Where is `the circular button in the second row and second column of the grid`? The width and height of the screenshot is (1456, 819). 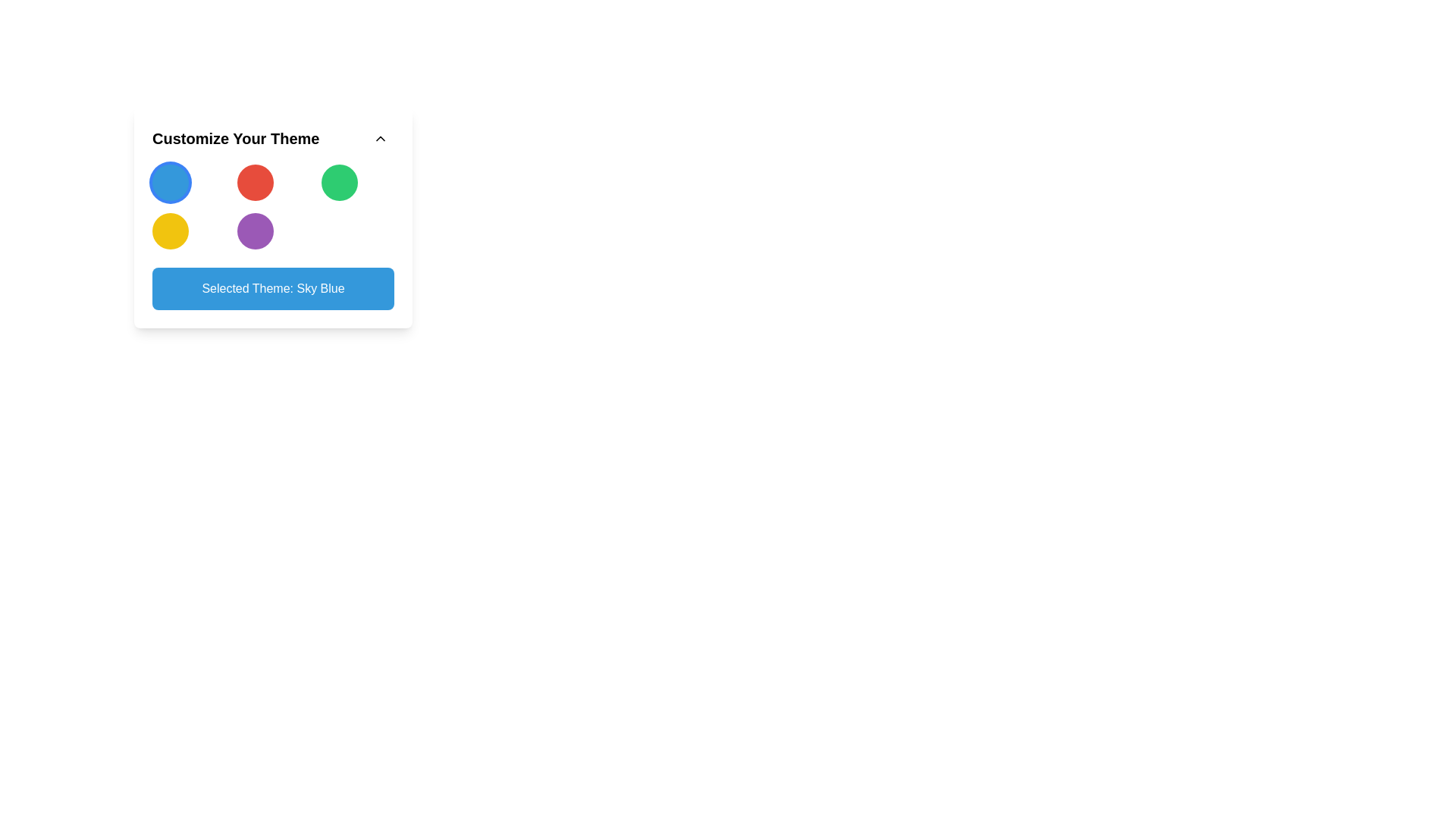 the circular button in the second row and second column of the grid is located at coordinates (255, 231).